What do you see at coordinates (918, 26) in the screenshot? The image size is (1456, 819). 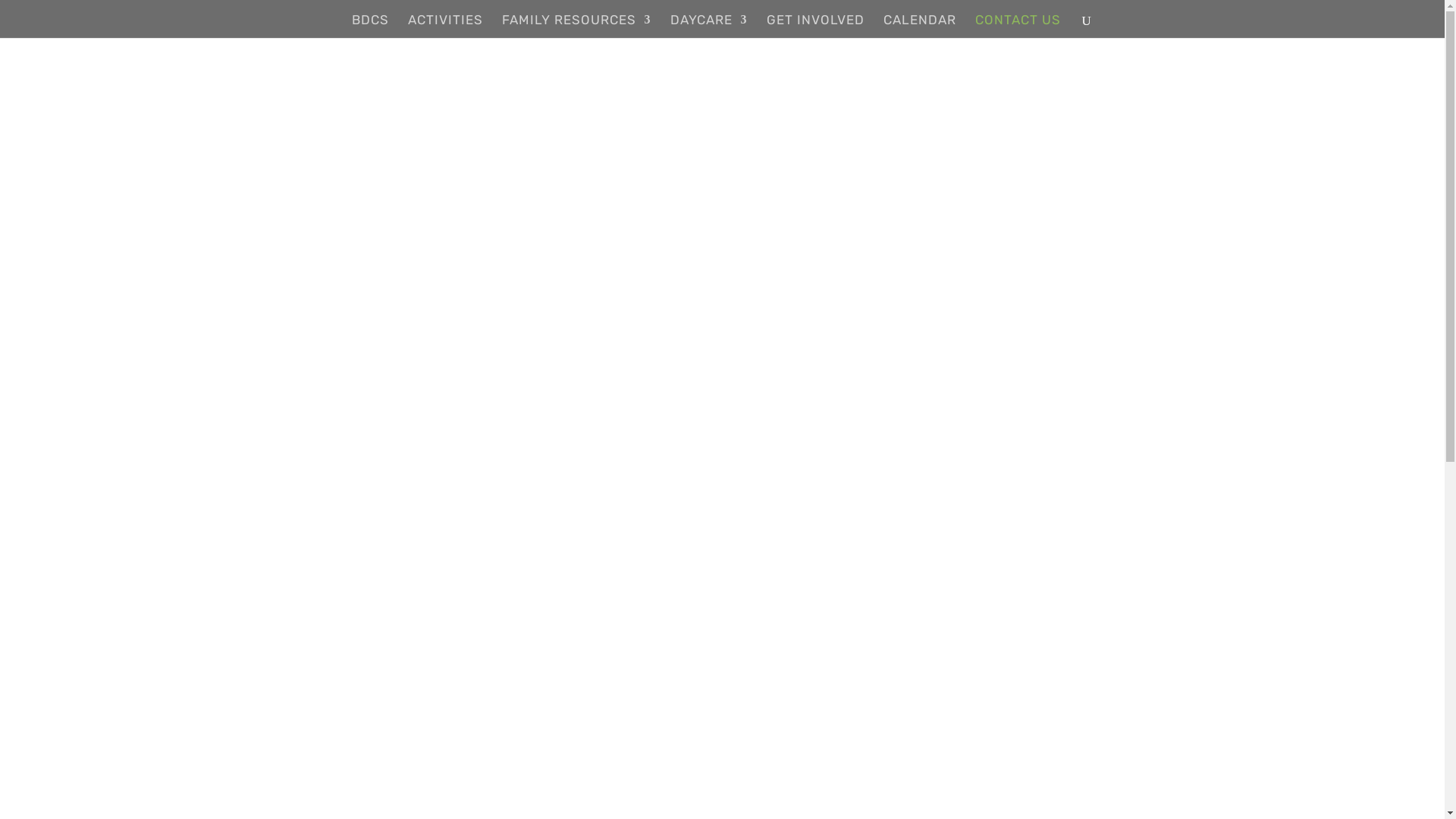 I see `'CALENDAR'` at bounding box center [918, 26].